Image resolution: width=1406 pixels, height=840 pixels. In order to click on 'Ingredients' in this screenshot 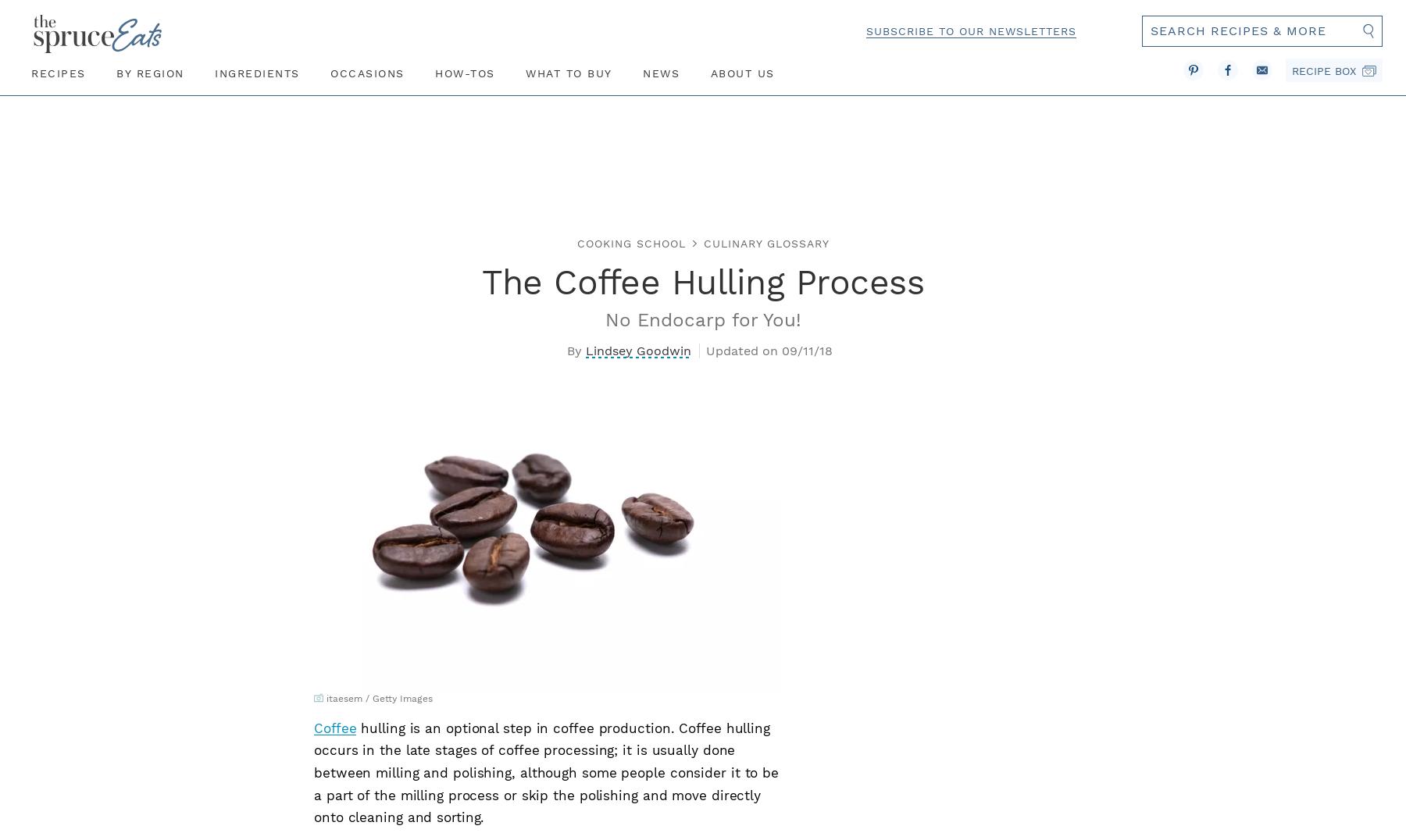, I will do `click(214, 71)`.